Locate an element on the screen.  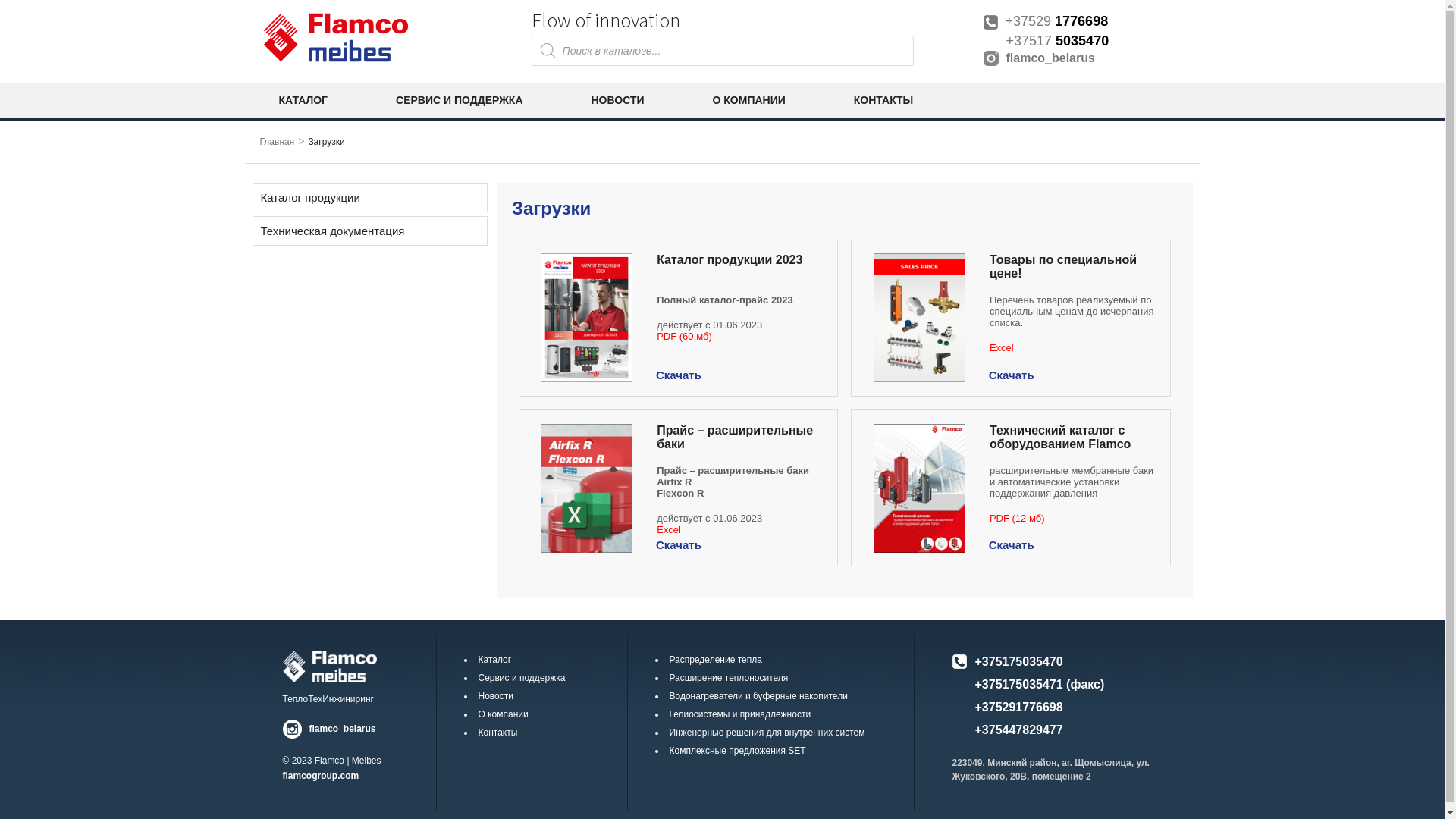
'flamco_belarus' is located at coordinates (1087, 58).